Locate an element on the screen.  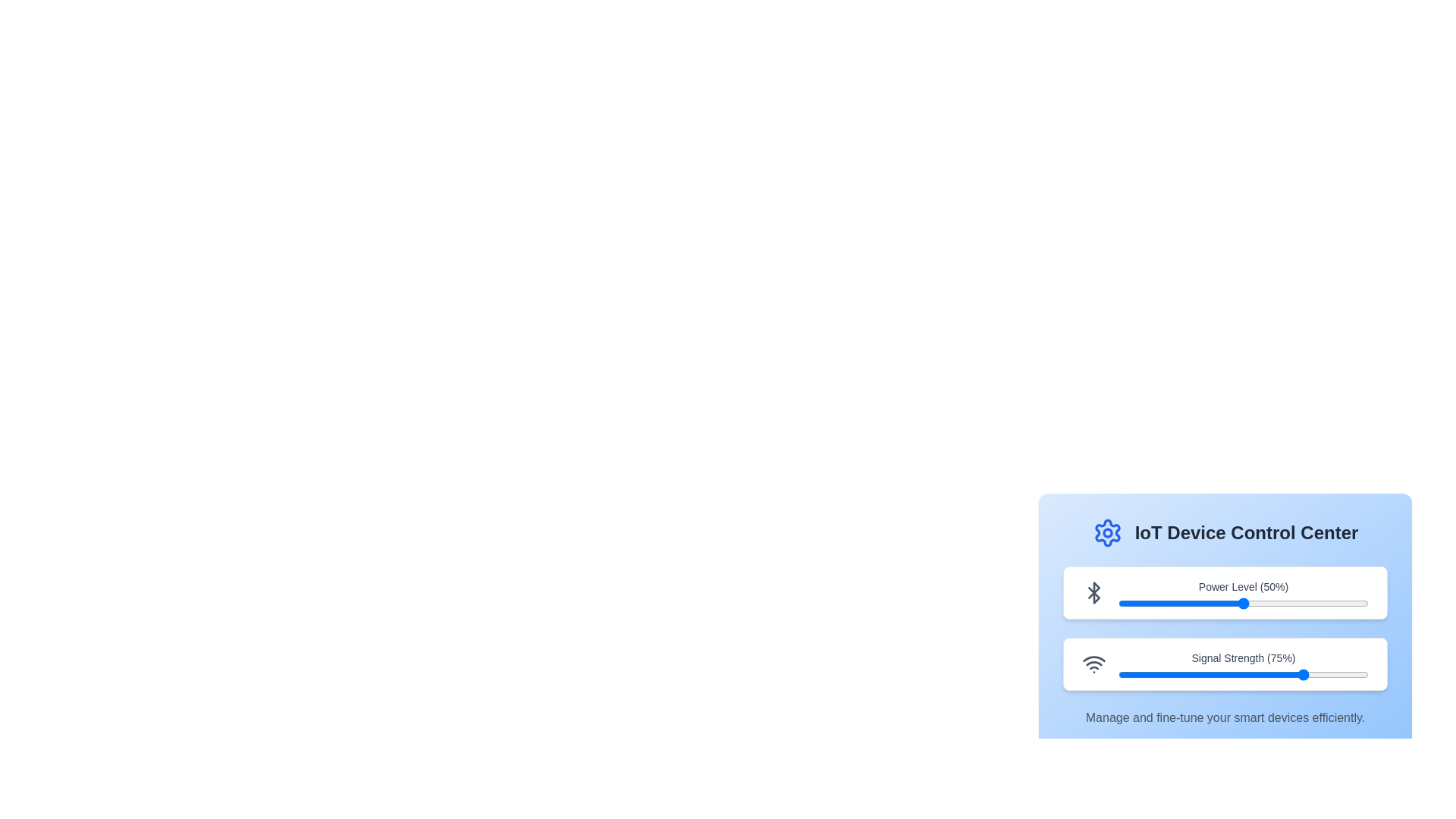
the Signal Strength slider to 48% is located at coordinates (1238, 674).